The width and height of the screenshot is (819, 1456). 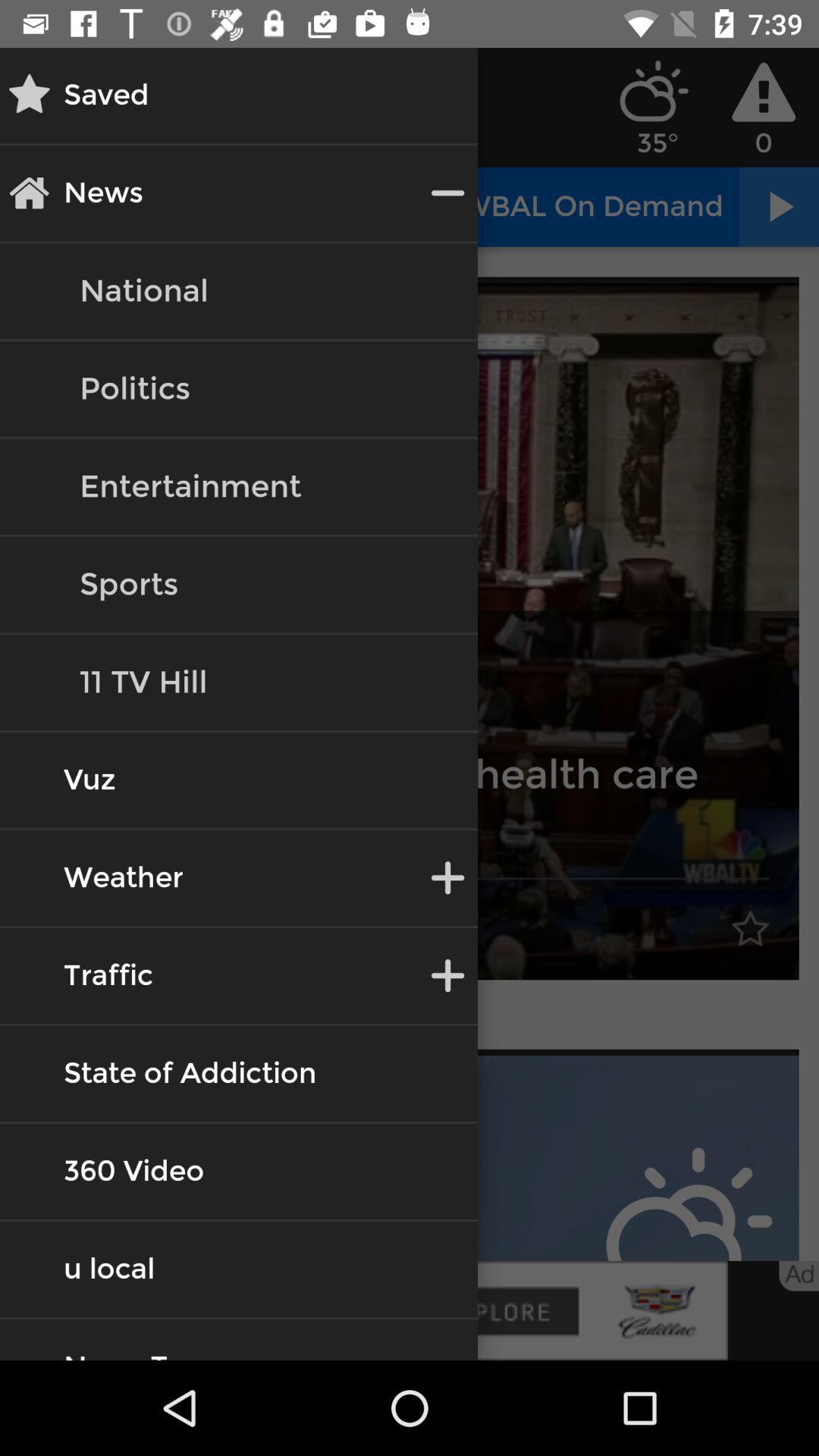 What do you see at coordinates (55, 102) in the screenshot?
I see `the star icon` at bounding box center [55, 102].